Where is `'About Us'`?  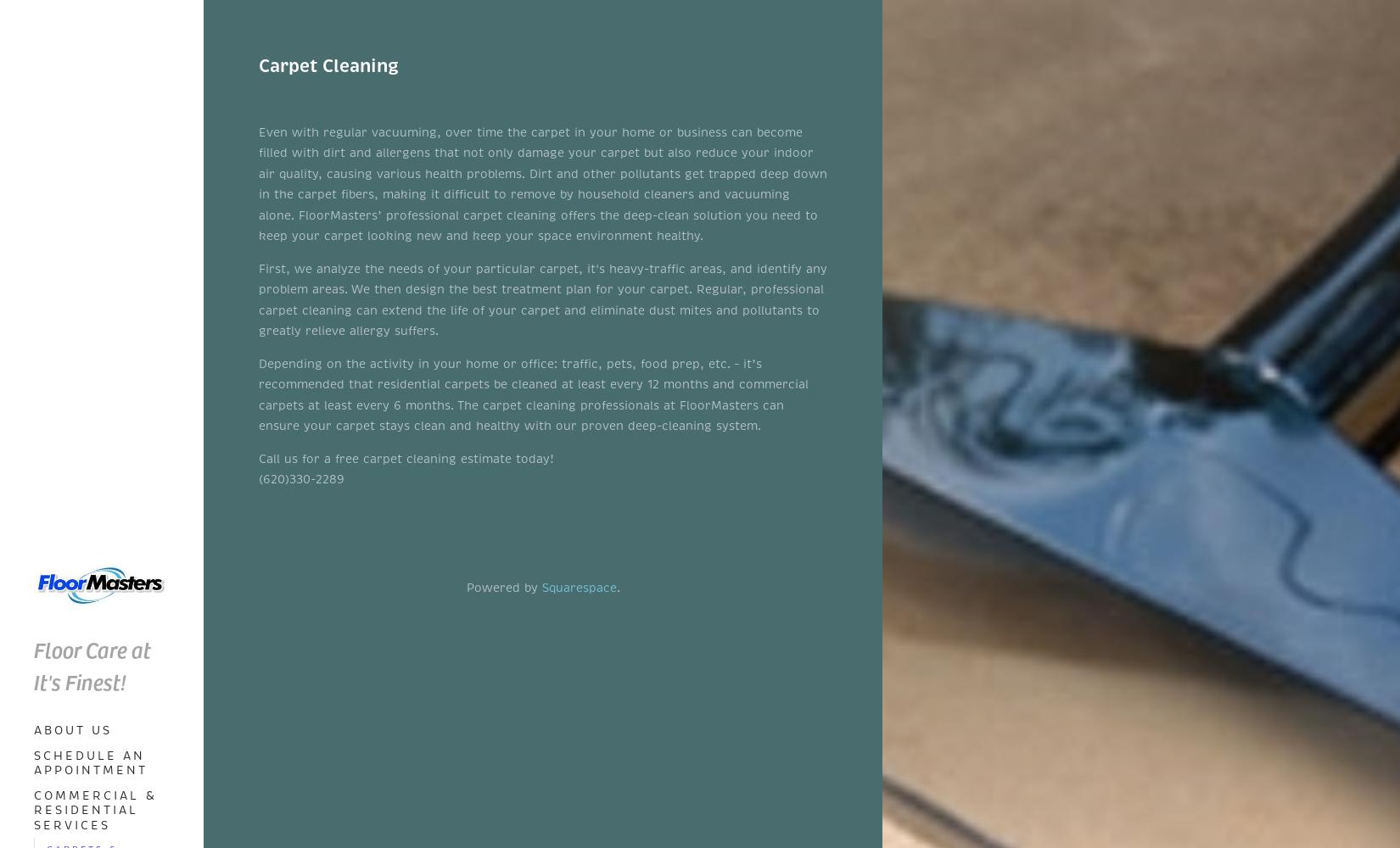
'About Us' is located at coordinates (72, 729).